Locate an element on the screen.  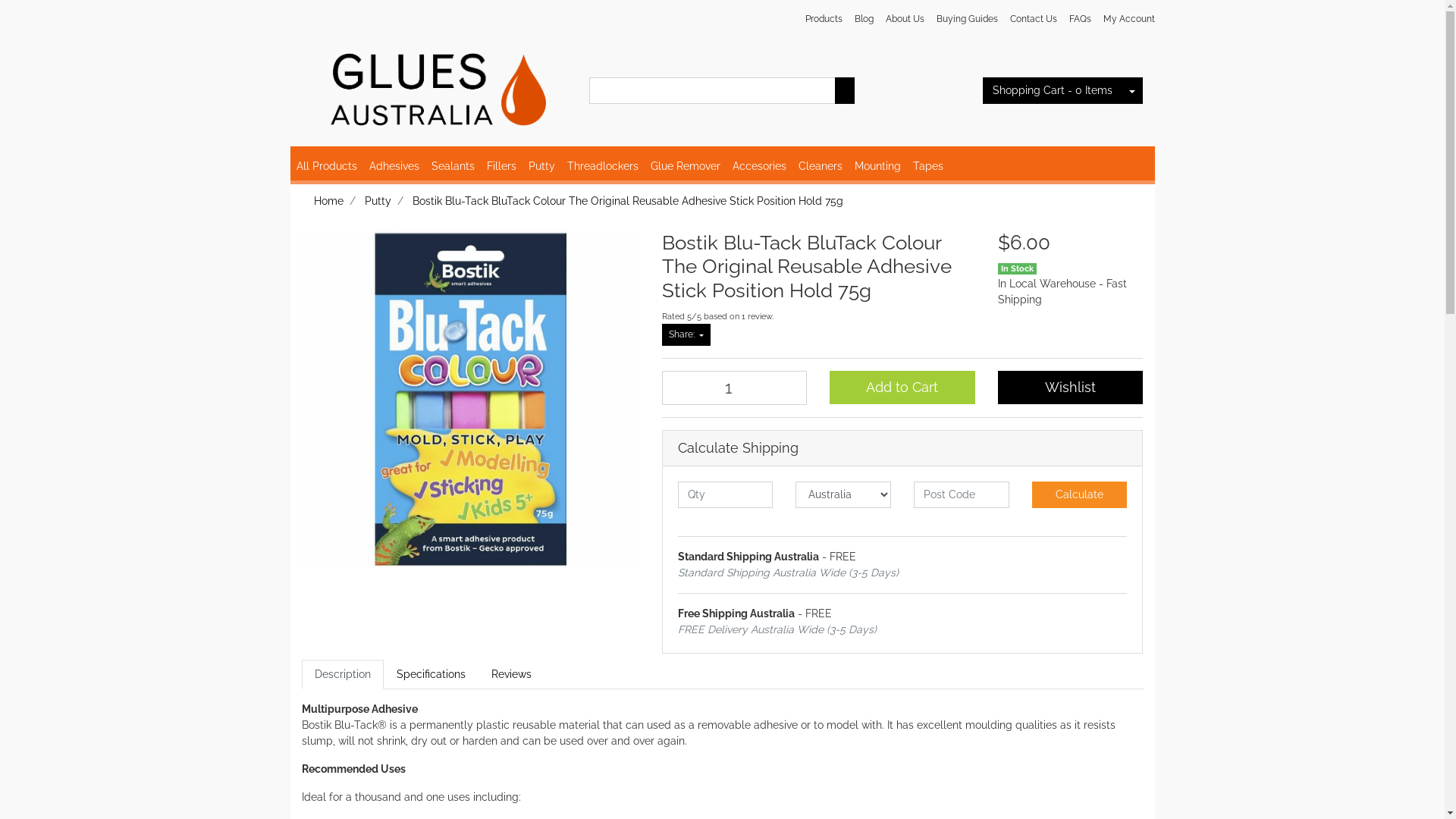
'Description' is located at coordinates (341, 673).